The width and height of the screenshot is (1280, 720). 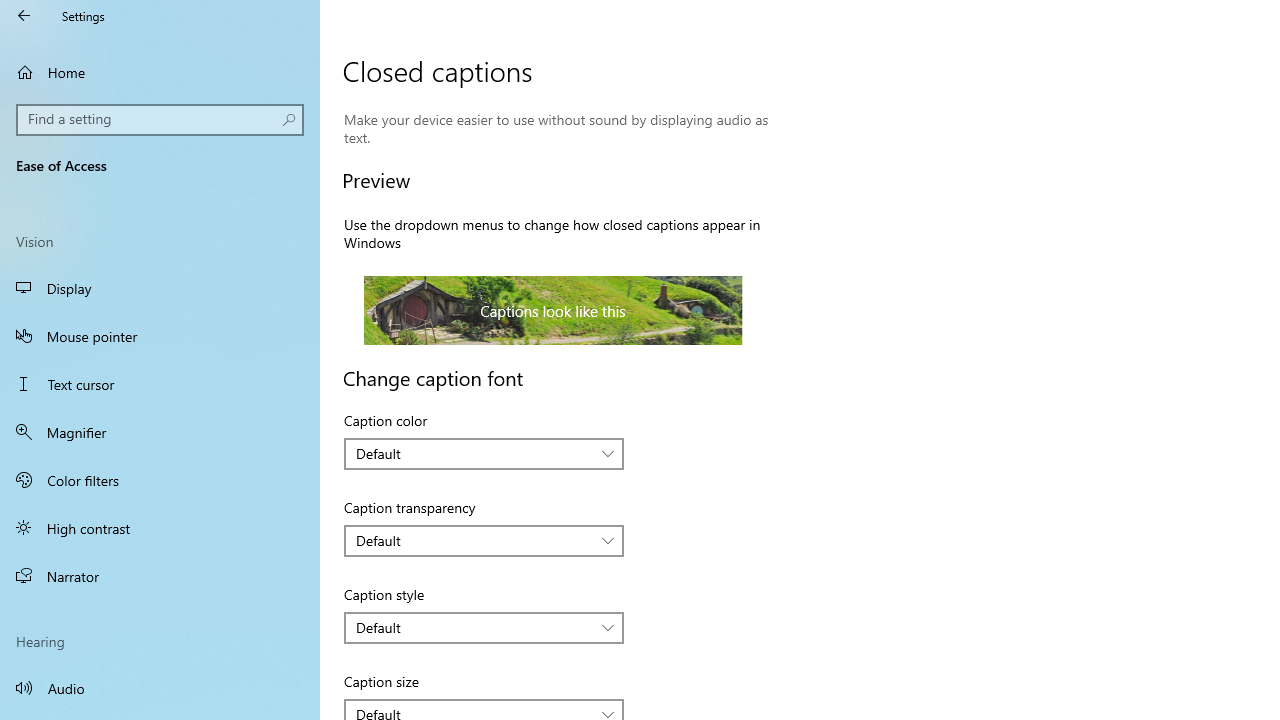 I want to click on 'Mouse pointer', so click(x=160, y=334).